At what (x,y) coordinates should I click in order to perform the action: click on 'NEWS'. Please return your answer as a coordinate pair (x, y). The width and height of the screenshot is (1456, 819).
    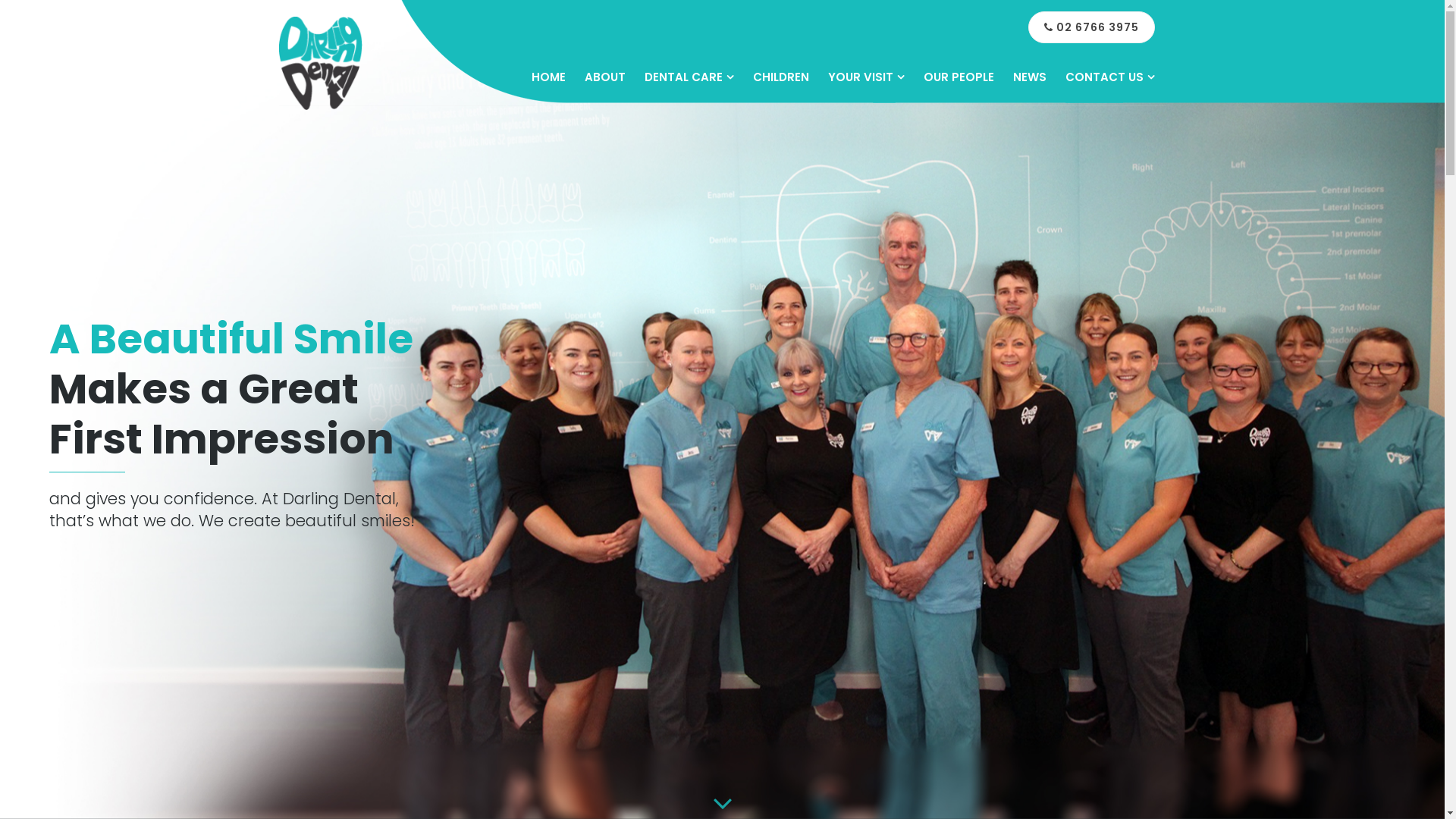
    Looking at the image, I should click on (1030, 77).